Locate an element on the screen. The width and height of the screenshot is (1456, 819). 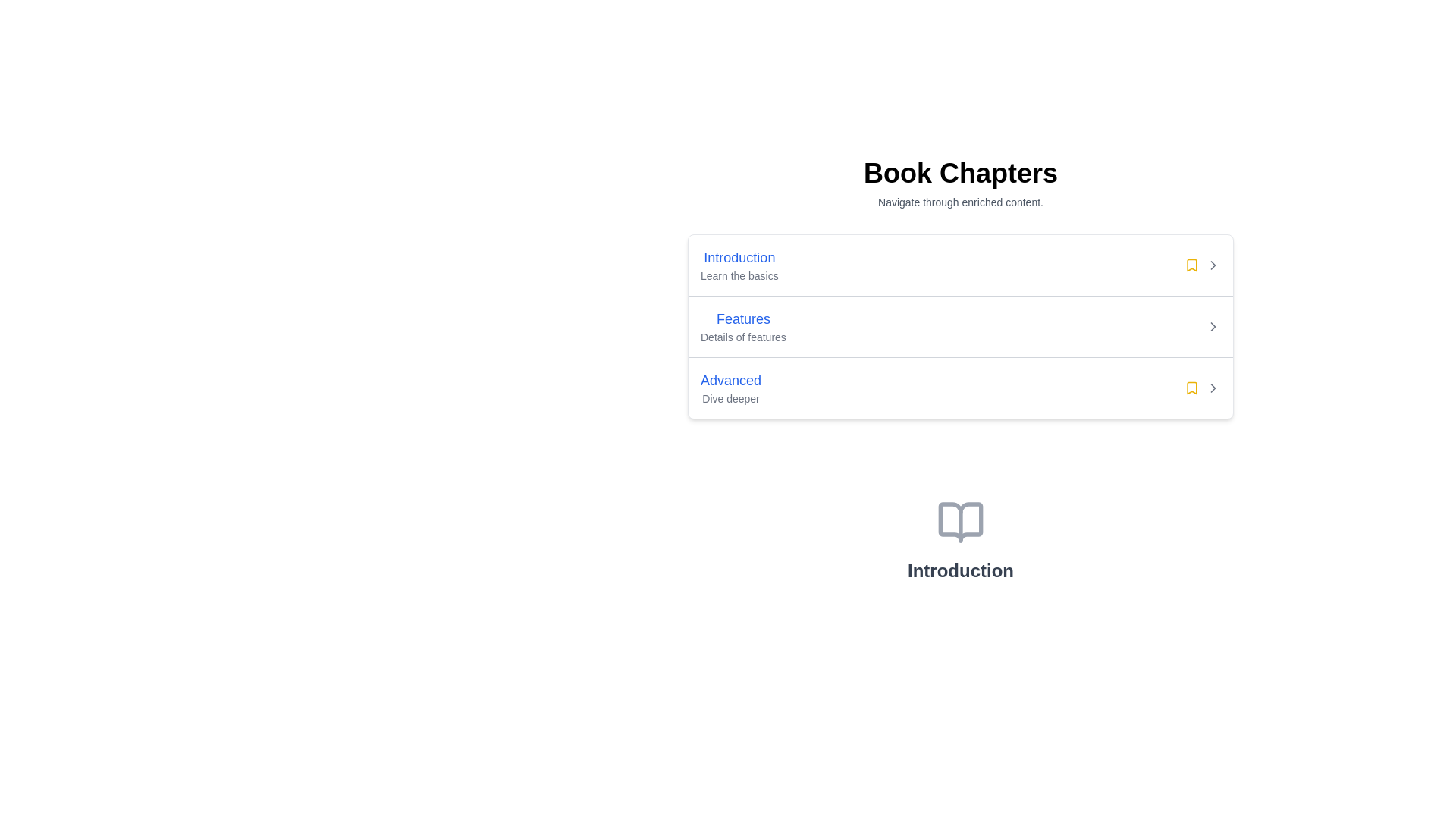
the rightward-pointing chevron icon to initiate navigation, located in the third row of the list under 'Advanced - Dive deeper' is located at coordinates (1212, 388).